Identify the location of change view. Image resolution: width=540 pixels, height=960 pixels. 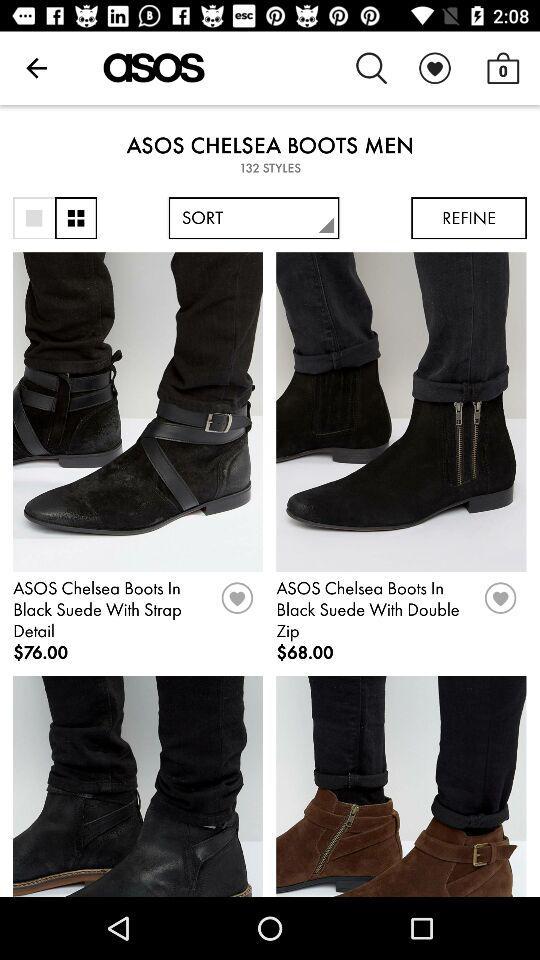
(75, 218).